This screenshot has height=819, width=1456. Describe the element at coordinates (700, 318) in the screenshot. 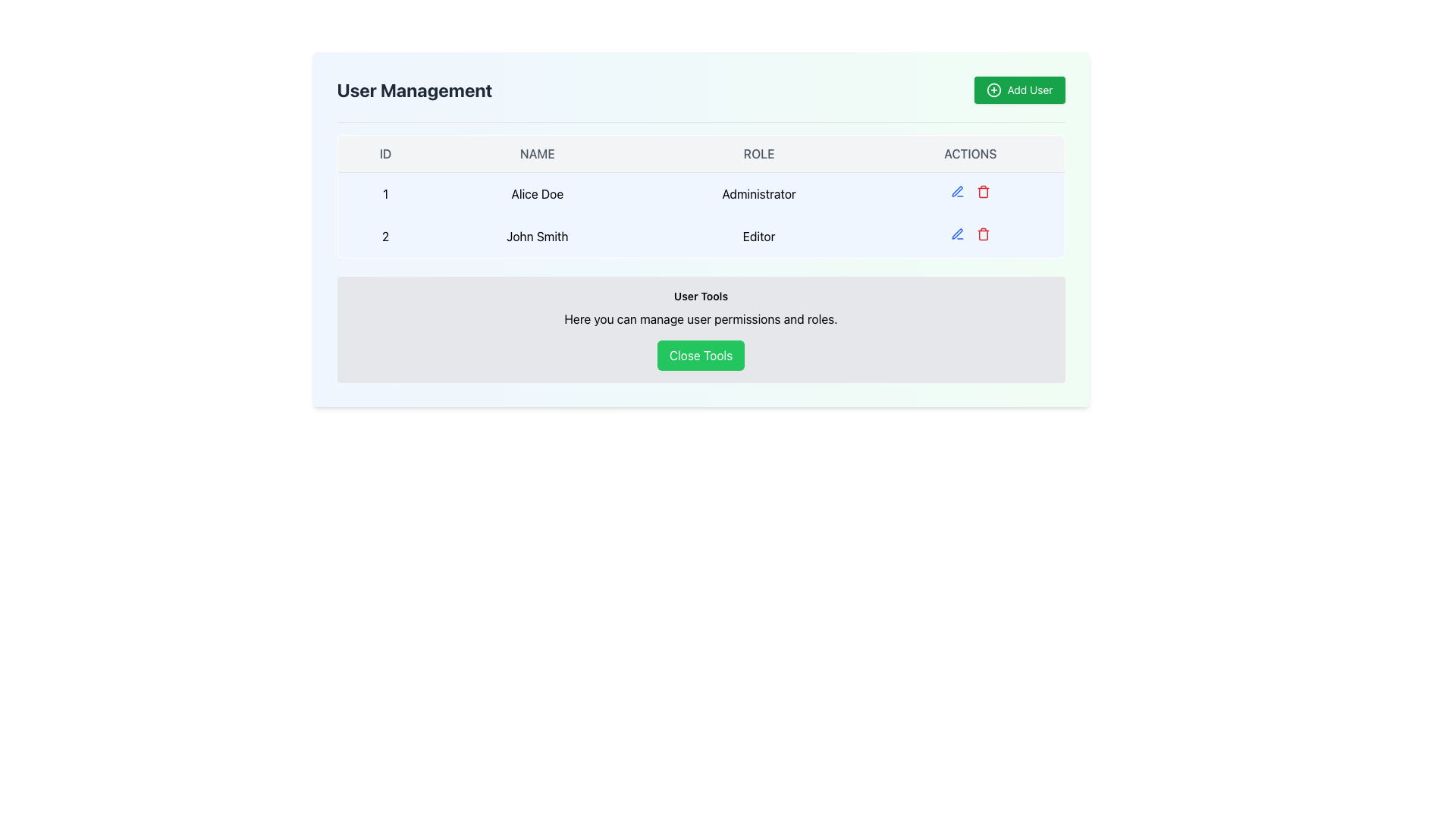

I see `the informational text that explains the purpose and usage of the current section, which is positioned between the 'User Tools' heading and the 'Close Tools' button in the lower half of the application interface` at that location.